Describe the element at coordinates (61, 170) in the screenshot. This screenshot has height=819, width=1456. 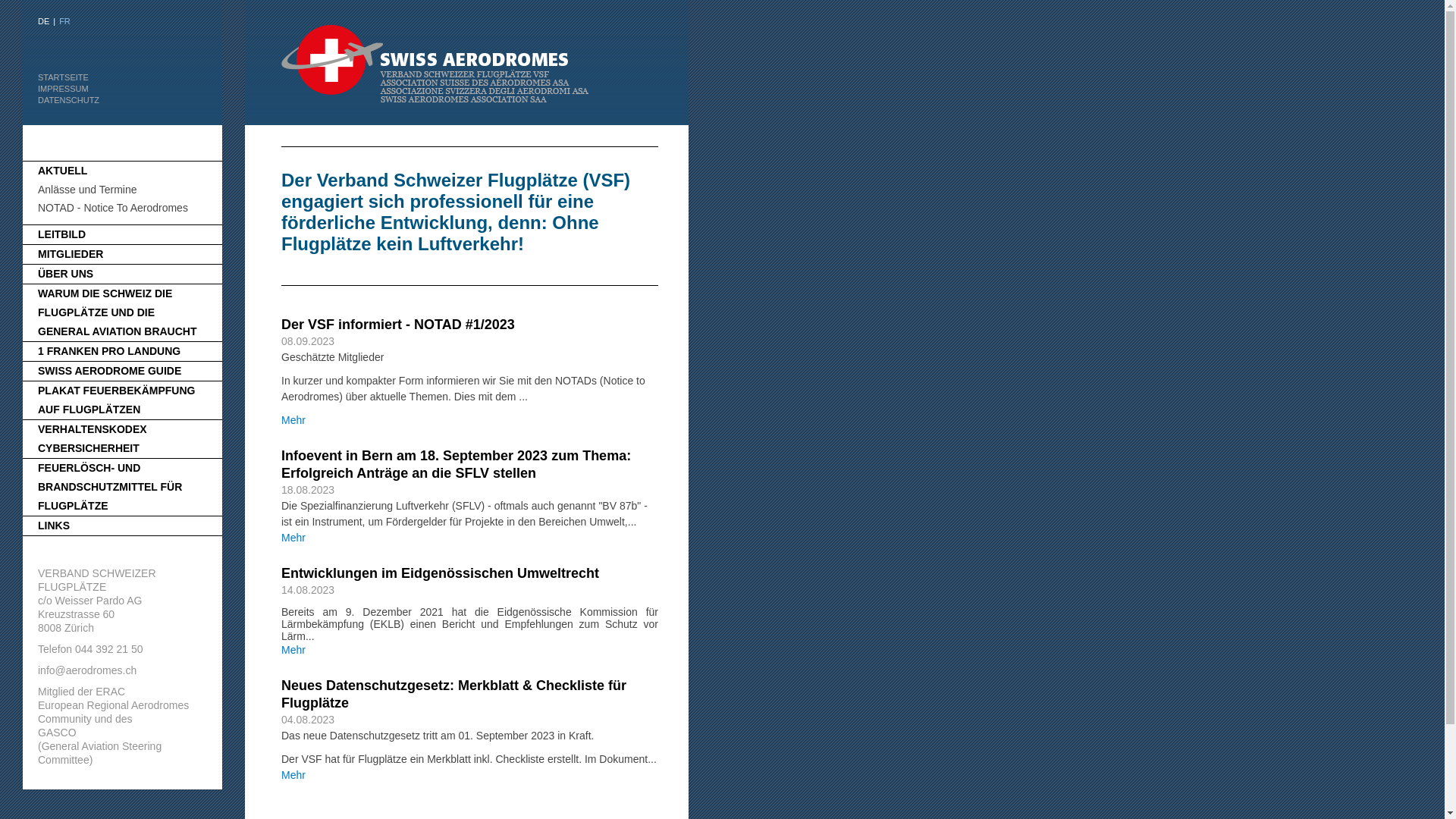
I see `'AKTUELL'` at that location.